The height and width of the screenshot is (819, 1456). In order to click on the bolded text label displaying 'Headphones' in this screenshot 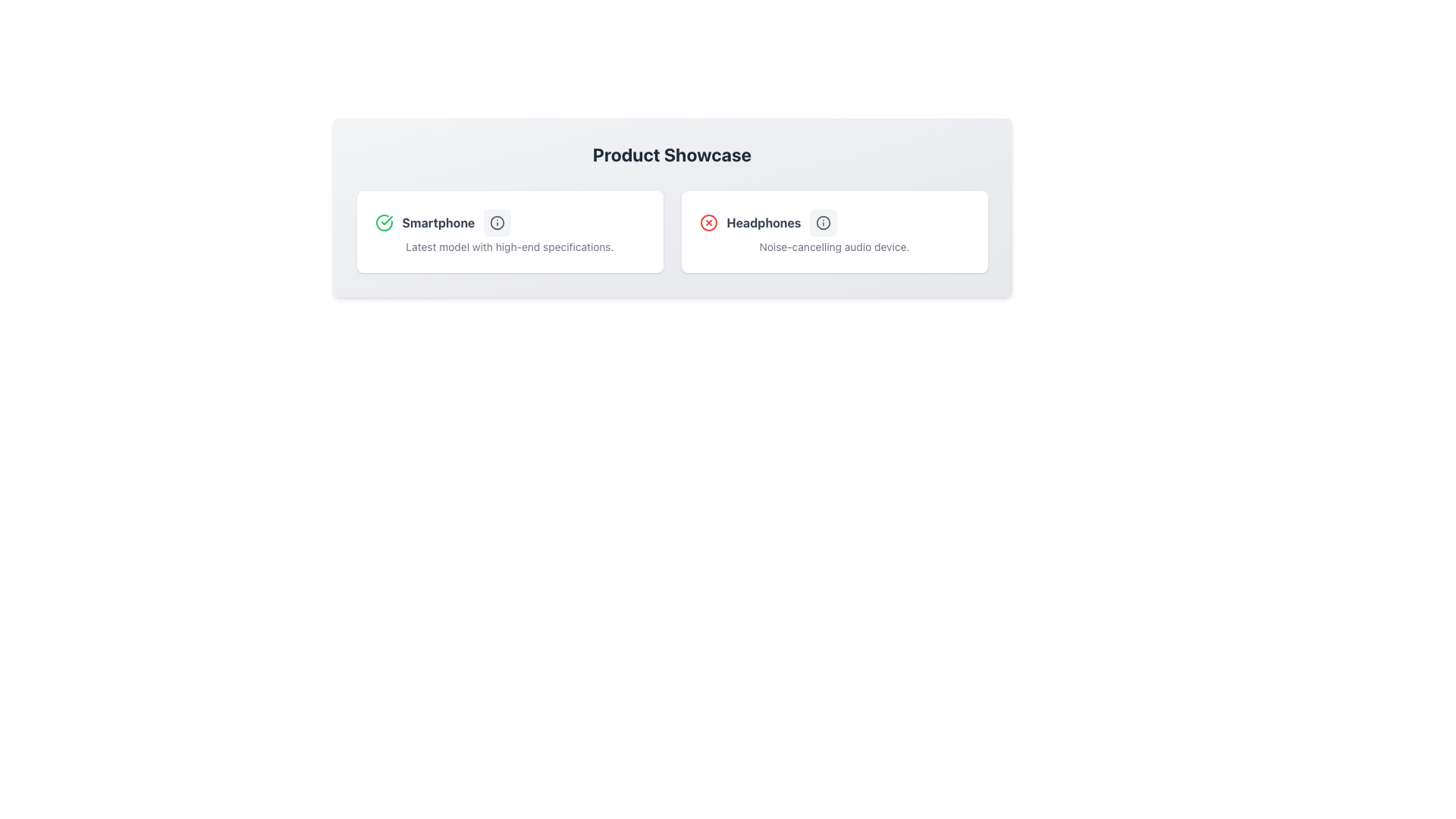, I will do `click(764, 222)`.